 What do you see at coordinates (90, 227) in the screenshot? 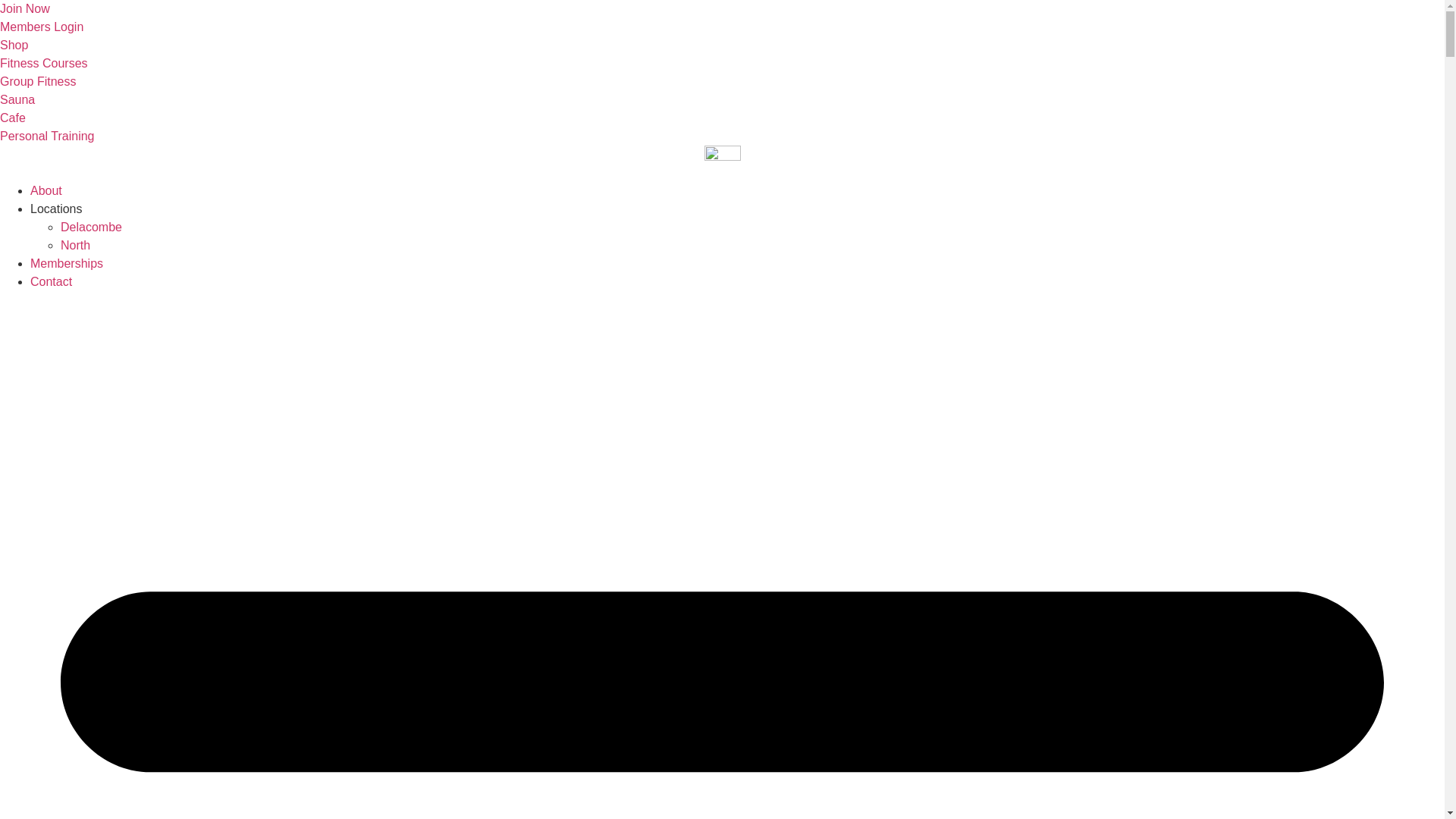
I see `'Delacombe'` at bounding box center [90, 227].